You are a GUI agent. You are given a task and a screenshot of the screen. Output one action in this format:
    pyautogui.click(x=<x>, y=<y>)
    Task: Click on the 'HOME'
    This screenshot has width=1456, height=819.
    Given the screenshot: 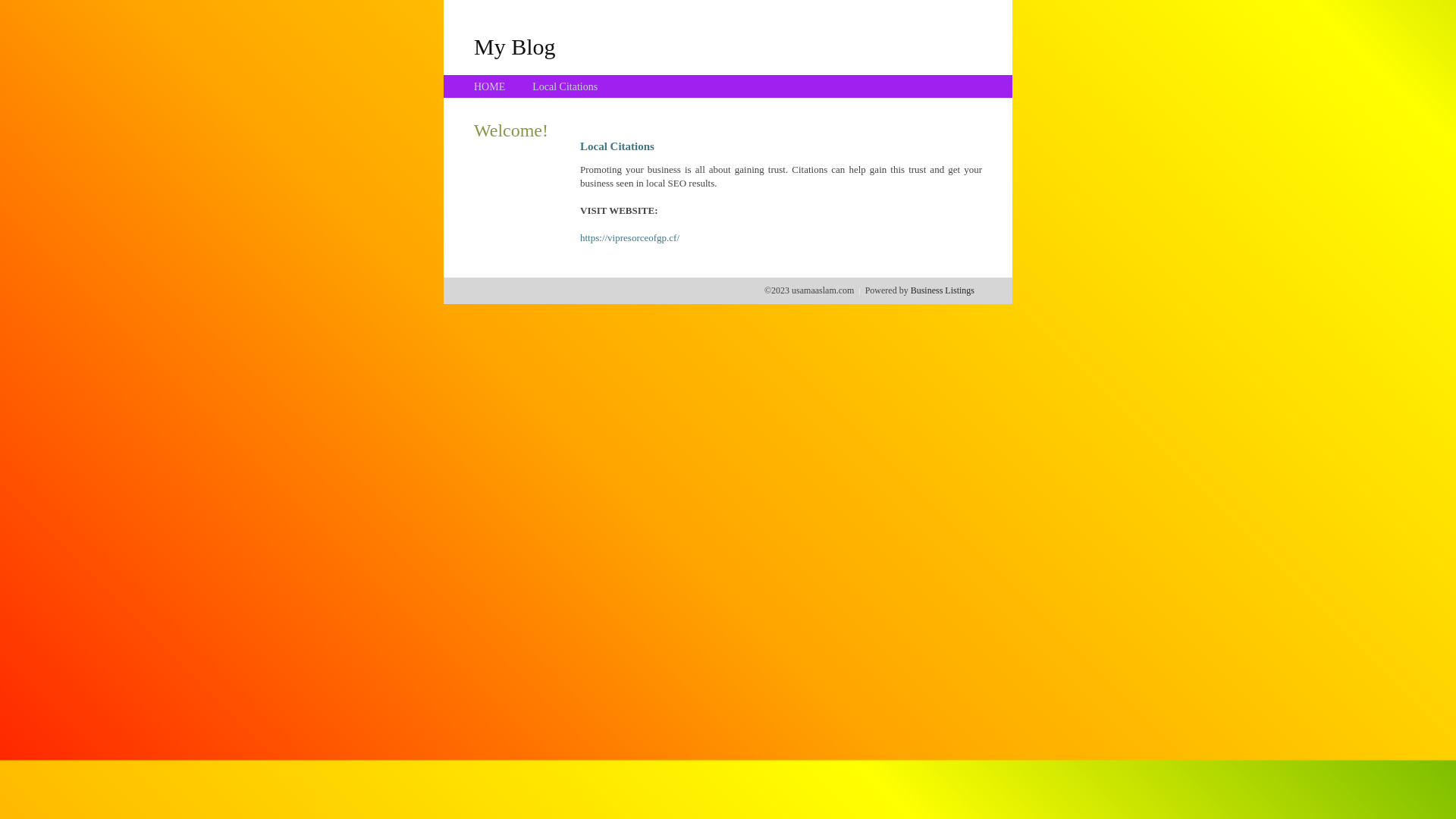 What is the action you would take?
    pyautogui.click(x=472, y=86)
    